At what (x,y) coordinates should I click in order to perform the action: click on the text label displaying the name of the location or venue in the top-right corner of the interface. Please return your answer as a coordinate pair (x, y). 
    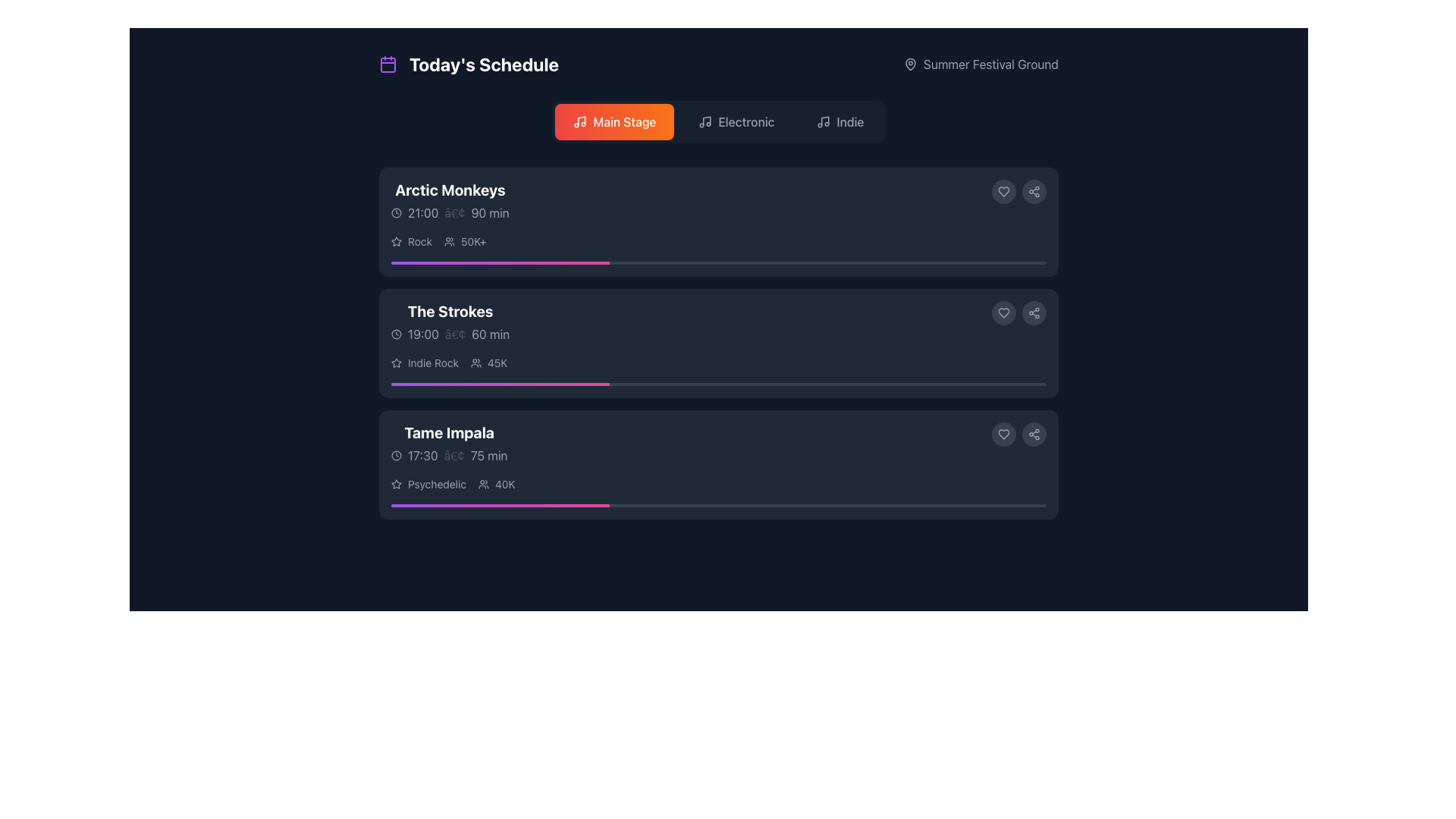
    Looking at the image, I should click on (990, 63).